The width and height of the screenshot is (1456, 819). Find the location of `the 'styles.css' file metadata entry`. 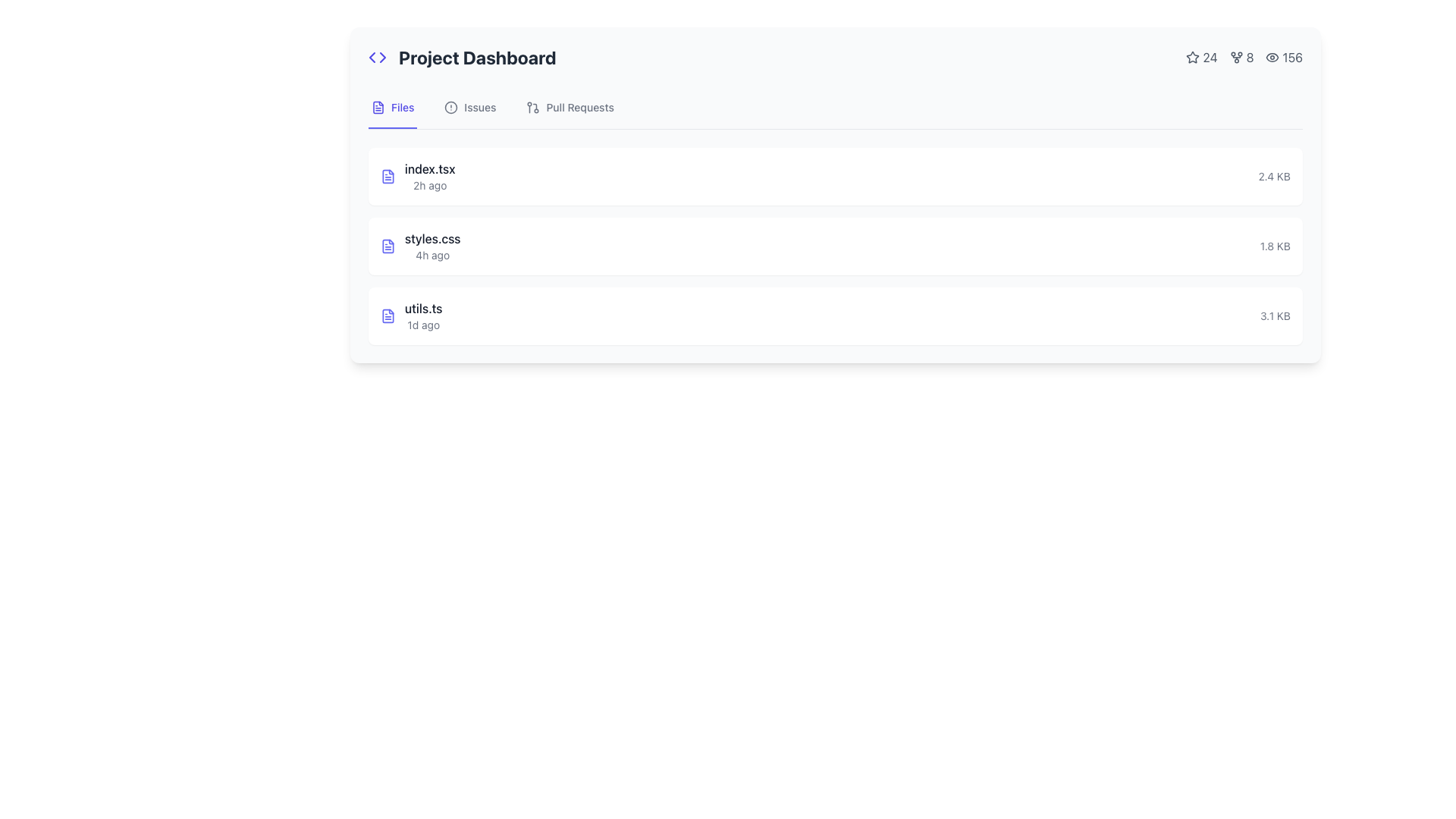

the 'styles.css' file metadata entry is located at coordinates (420, 245).